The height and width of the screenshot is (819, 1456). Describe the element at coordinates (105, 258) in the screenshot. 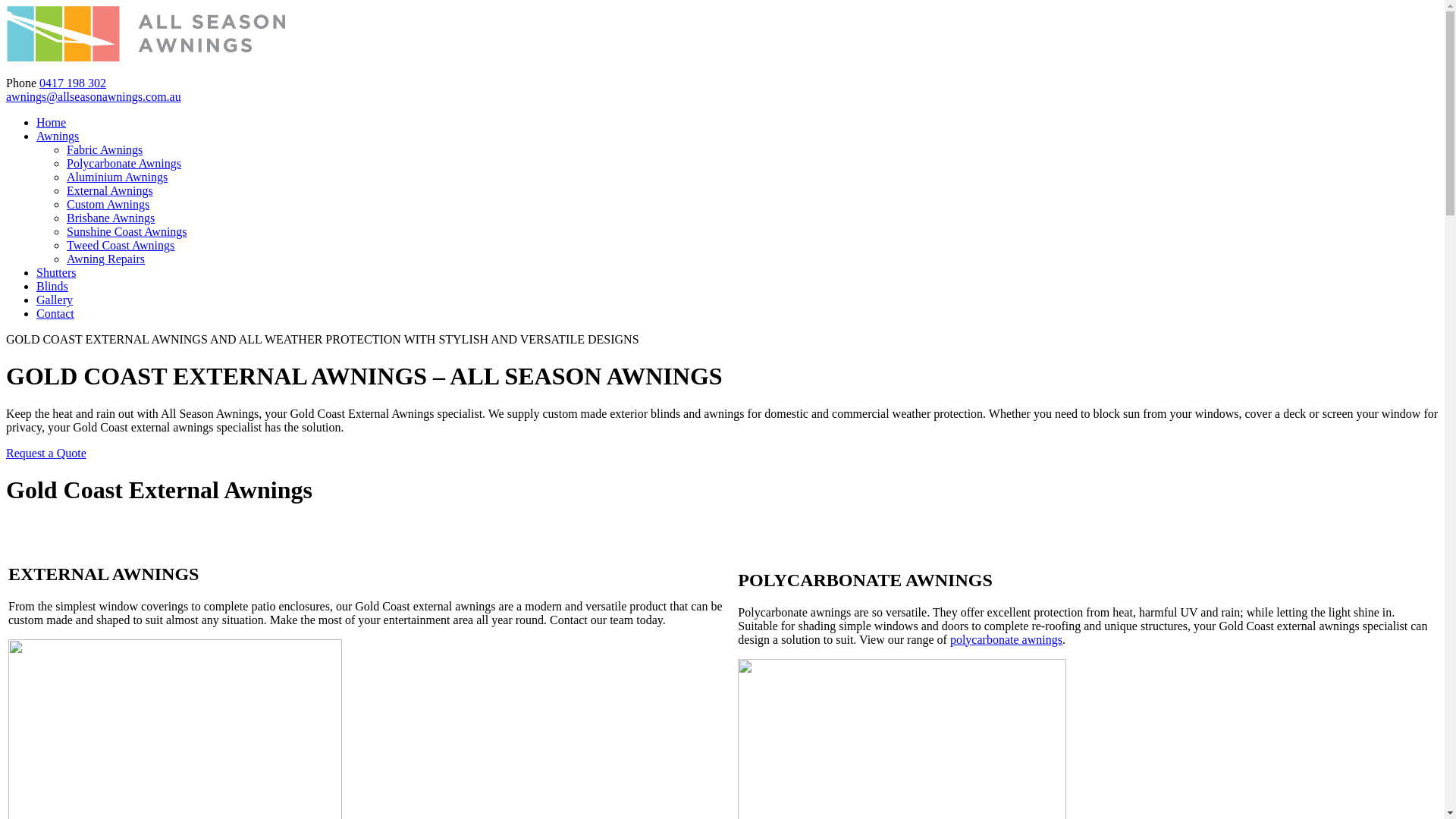

I see `'Awning Repairs'` at that location.